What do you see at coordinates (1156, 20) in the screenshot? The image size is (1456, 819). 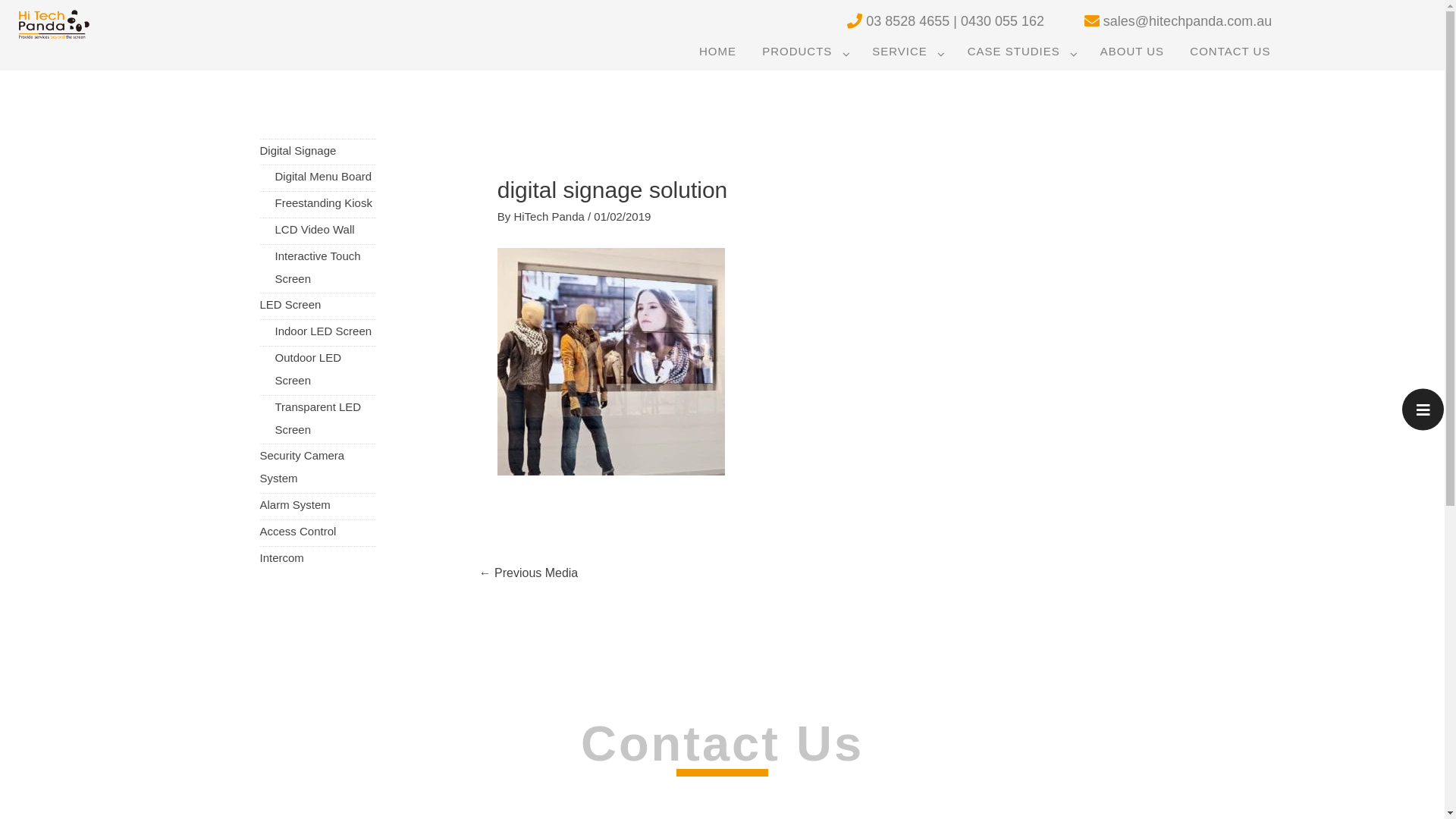 I see `'sales@hitechpanda.com.au'` at bounding box center [1156, 20].